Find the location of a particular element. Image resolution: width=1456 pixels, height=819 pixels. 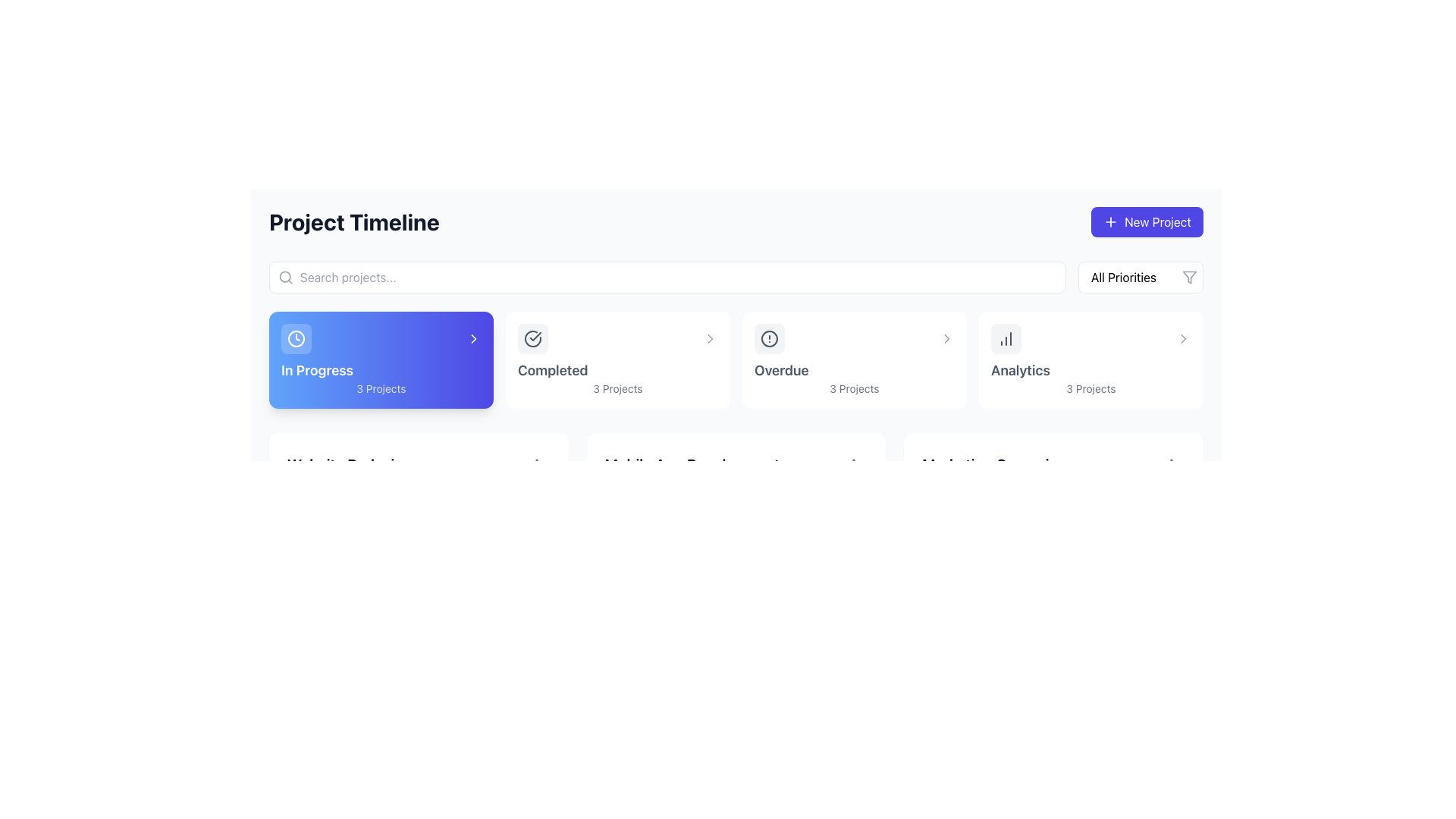

the text label that displays the number of overdue projects located at the bottom of the 'Overdue' card, centrally aligned within the card is located at coordinates (855, 388).